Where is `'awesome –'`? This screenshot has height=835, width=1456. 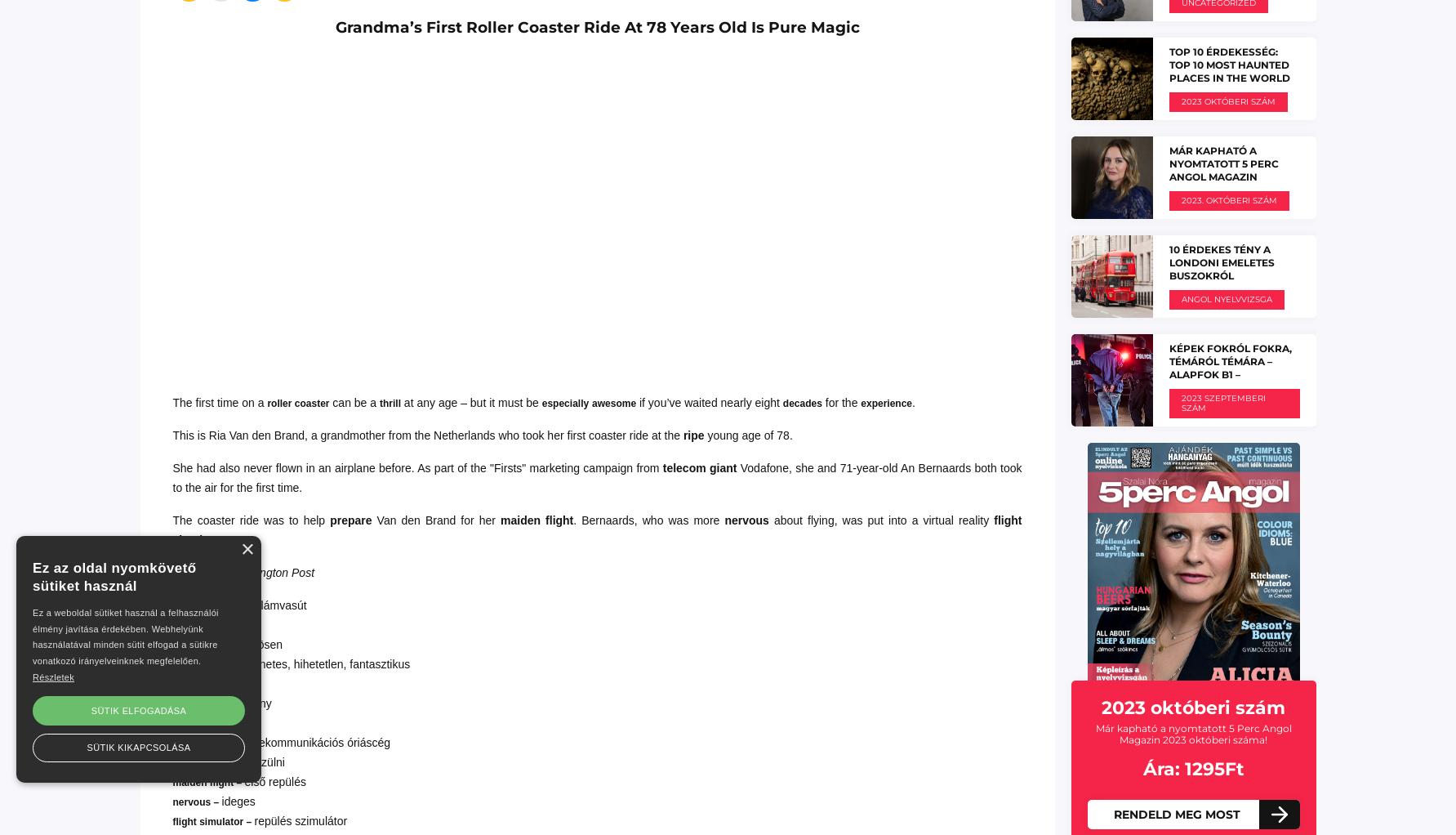 'awesome –' is located at coordinates (199, 663).